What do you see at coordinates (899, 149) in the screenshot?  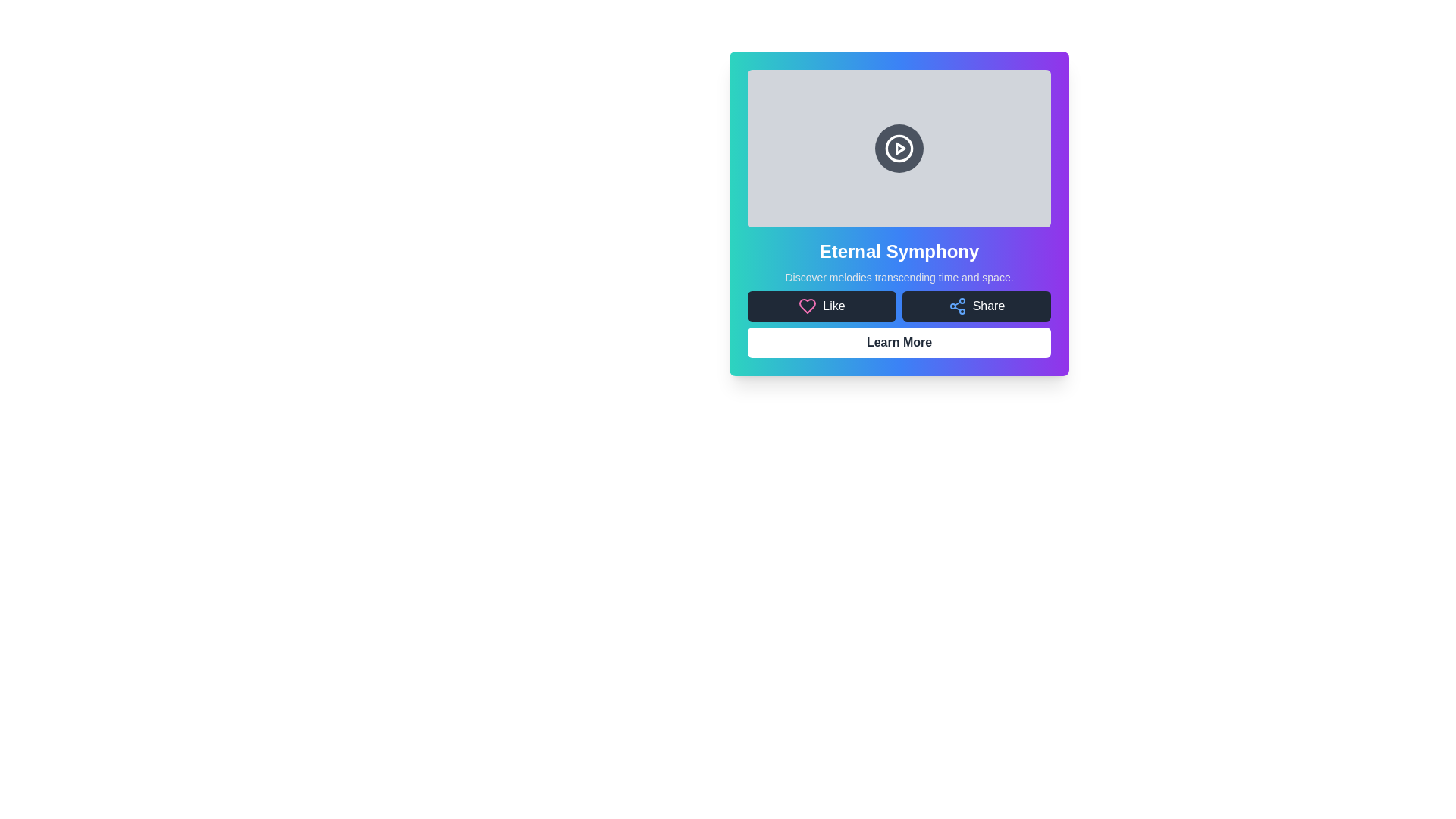 I see `the circular play button icon used to initiate playback of media content` at bounding box center [899, 149].